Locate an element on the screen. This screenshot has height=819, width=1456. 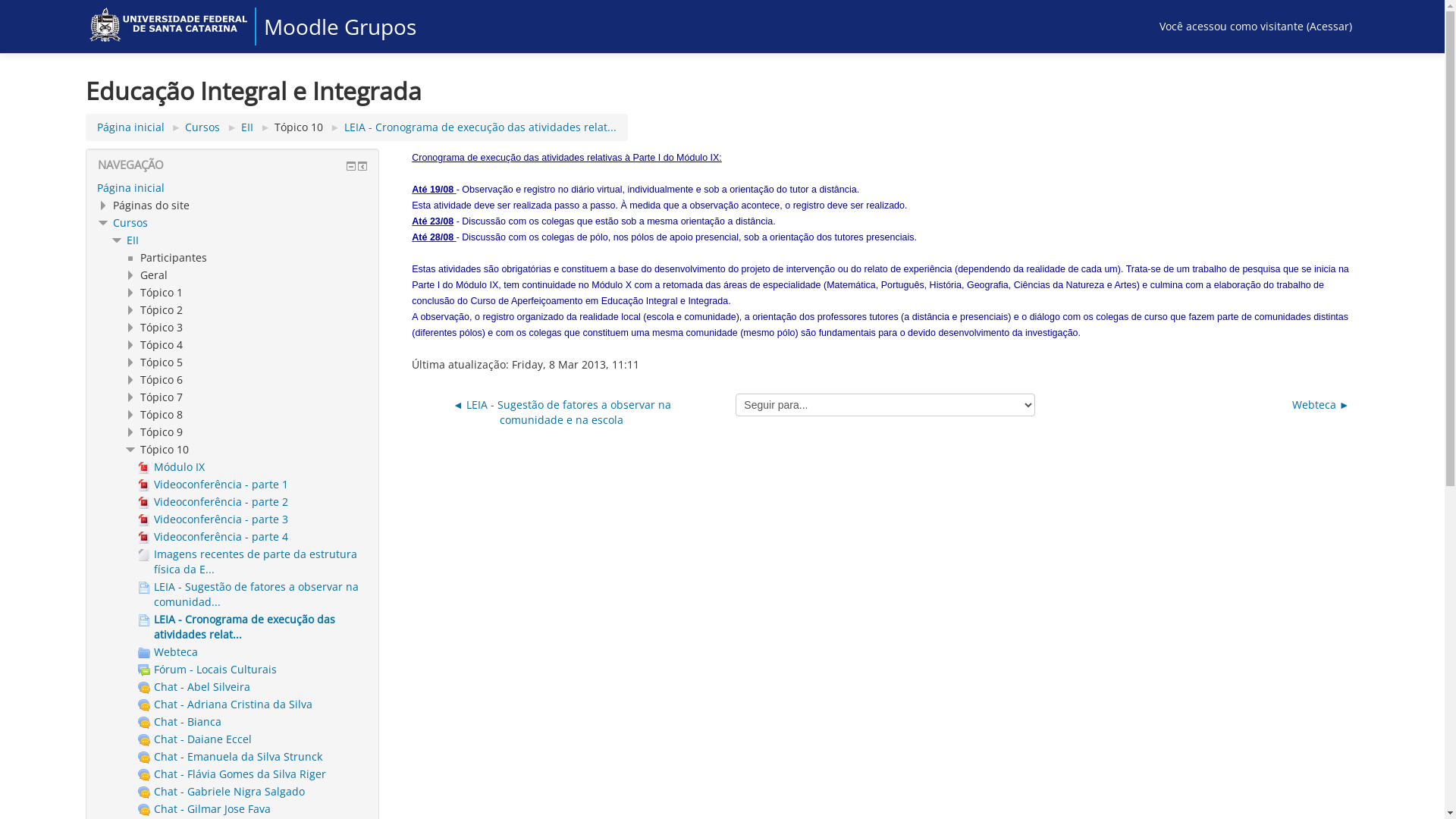
'Chat - Bianca' is located at coordinates (179, 720).